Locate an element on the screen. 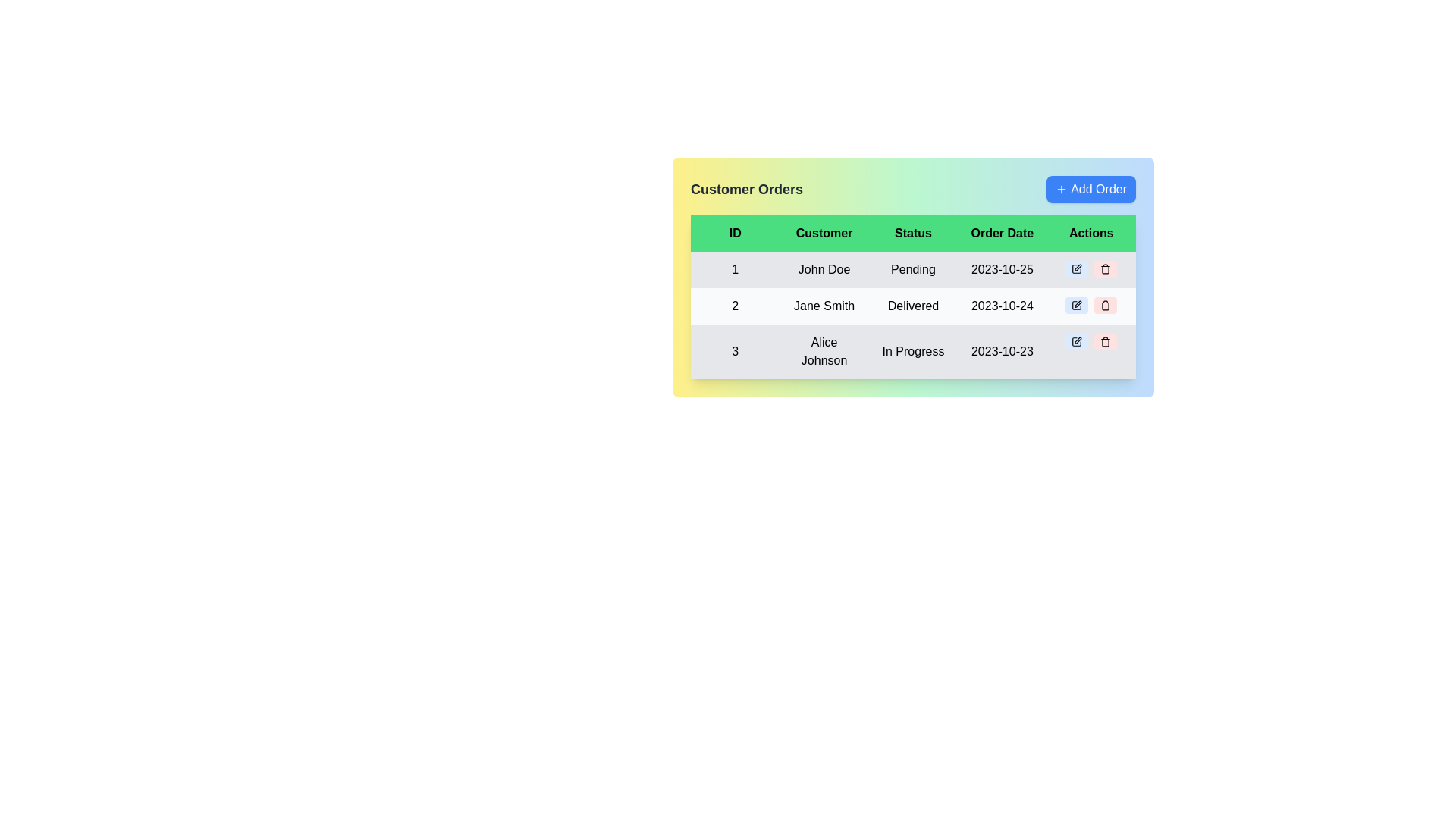 This screenshot has width=1456, height=819. the numerical label displaying '2' in the second row of the 'Customer Orders' table, which is associated with the record for 'Jane Smith' is located at coordinates (735, 306).